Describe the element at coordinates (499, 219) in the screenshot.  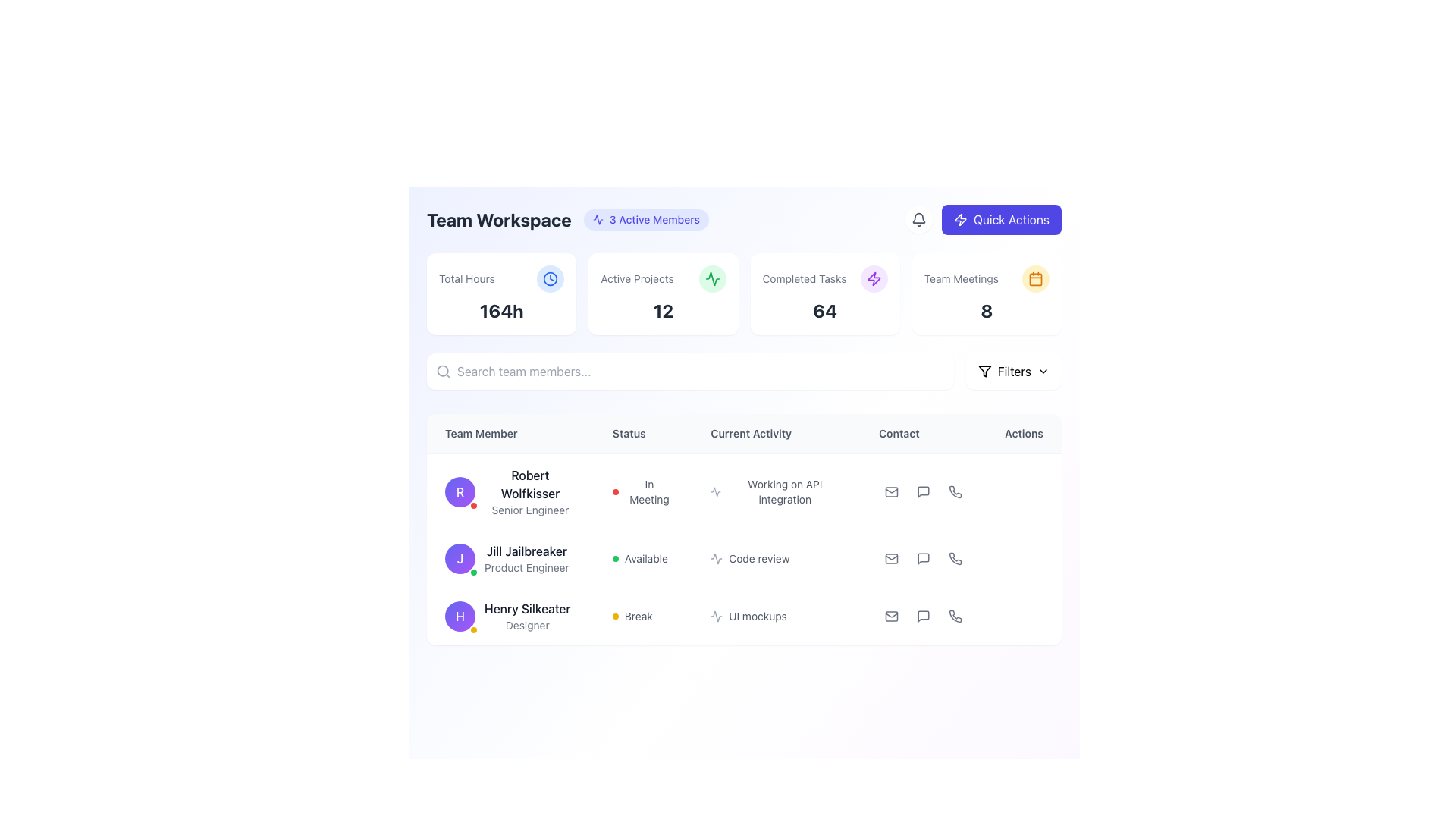
I see `the bold and large text label reading 'Team Workspace', which is styled in dark gray and located near the top-left of the interface` at that location.